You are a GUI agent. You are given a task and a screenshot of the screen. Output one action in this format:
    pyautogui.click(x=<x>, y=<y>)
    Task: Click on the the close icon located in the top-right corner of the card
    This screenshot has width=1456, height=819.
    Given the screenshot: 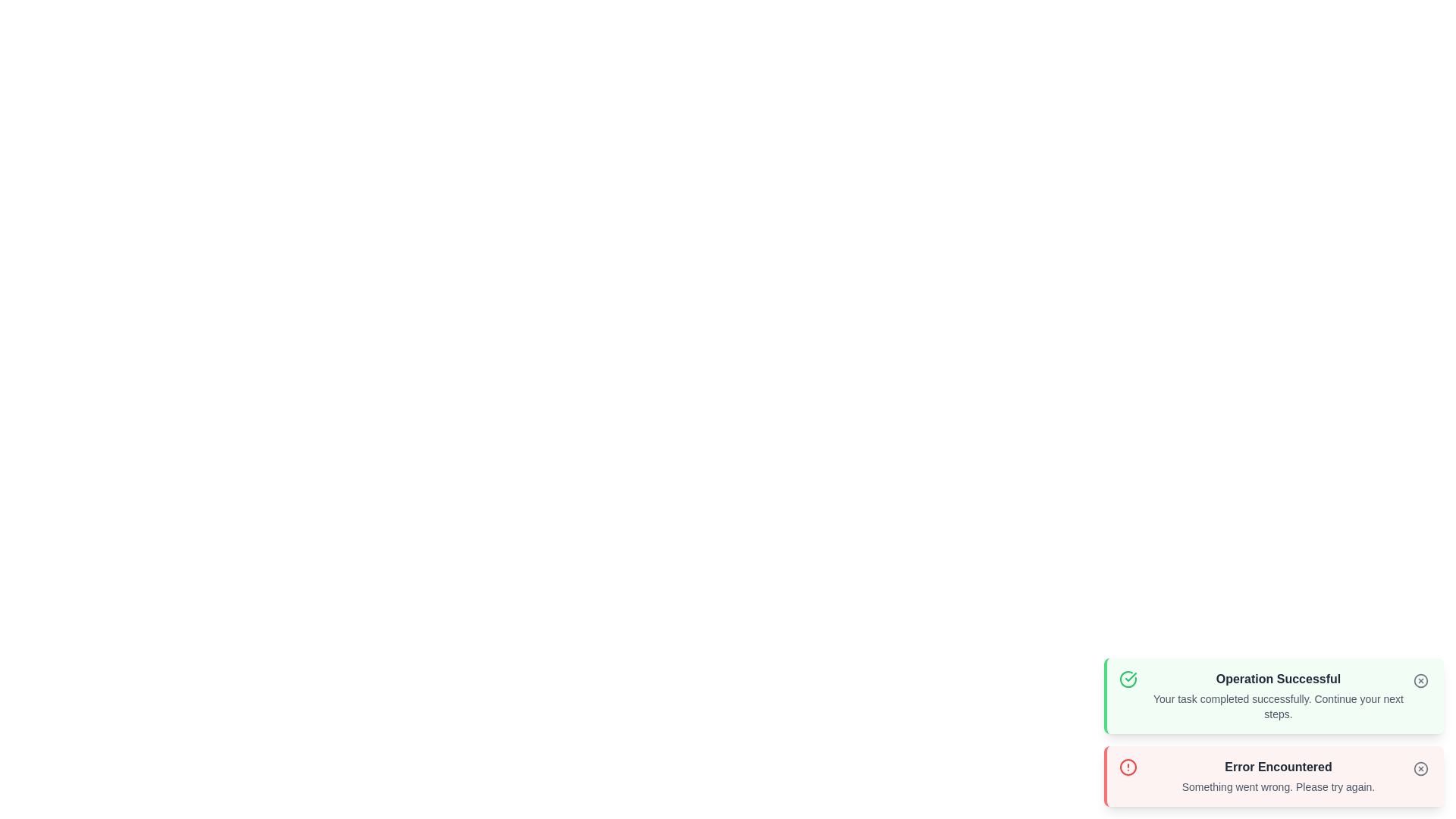 What is the action you would take?
    pyautogui.click(x=1420, y=680)
    